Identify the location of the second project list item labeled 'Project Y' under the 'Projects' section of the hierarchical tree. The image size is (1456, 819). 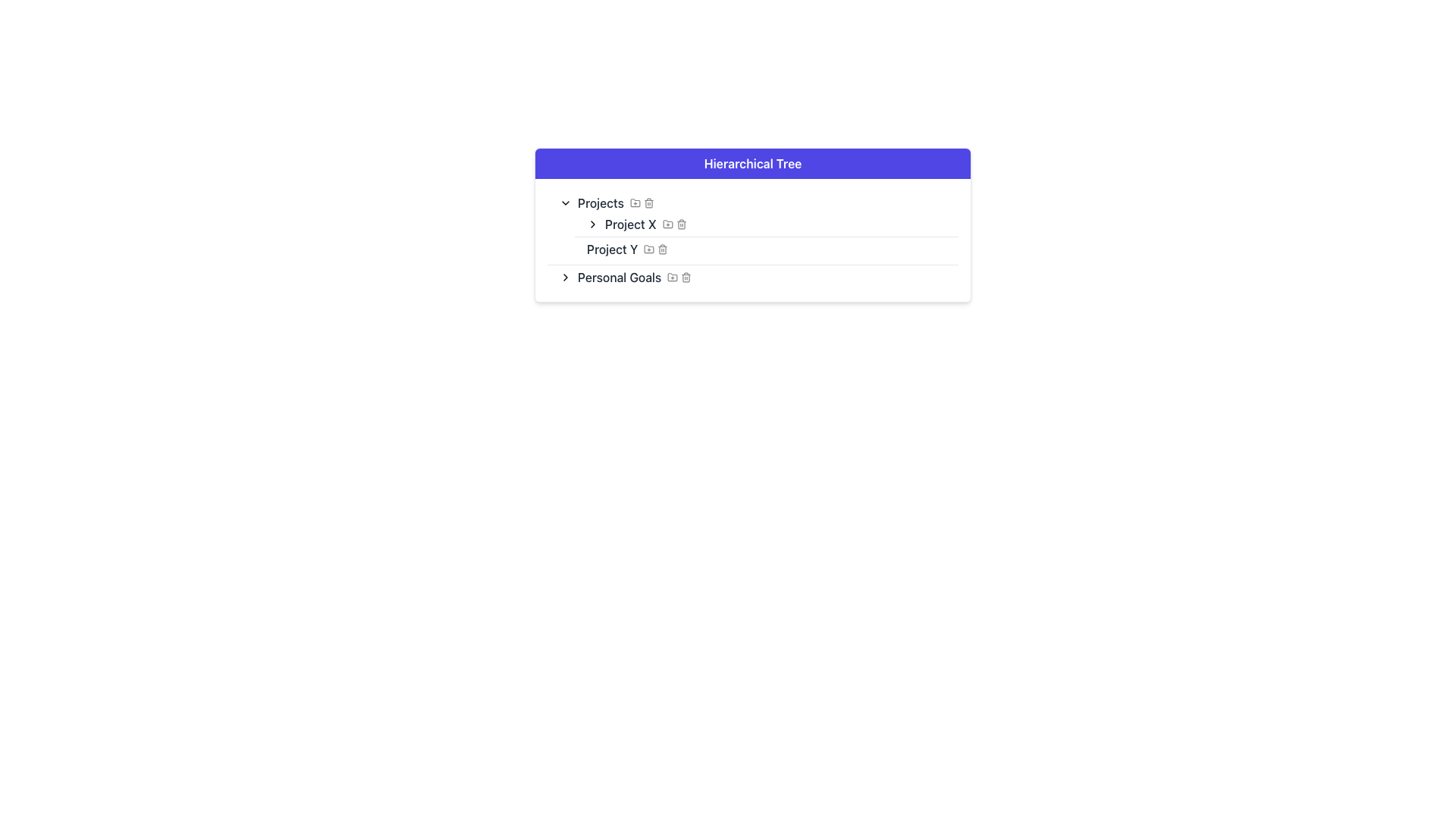
(767, 248).